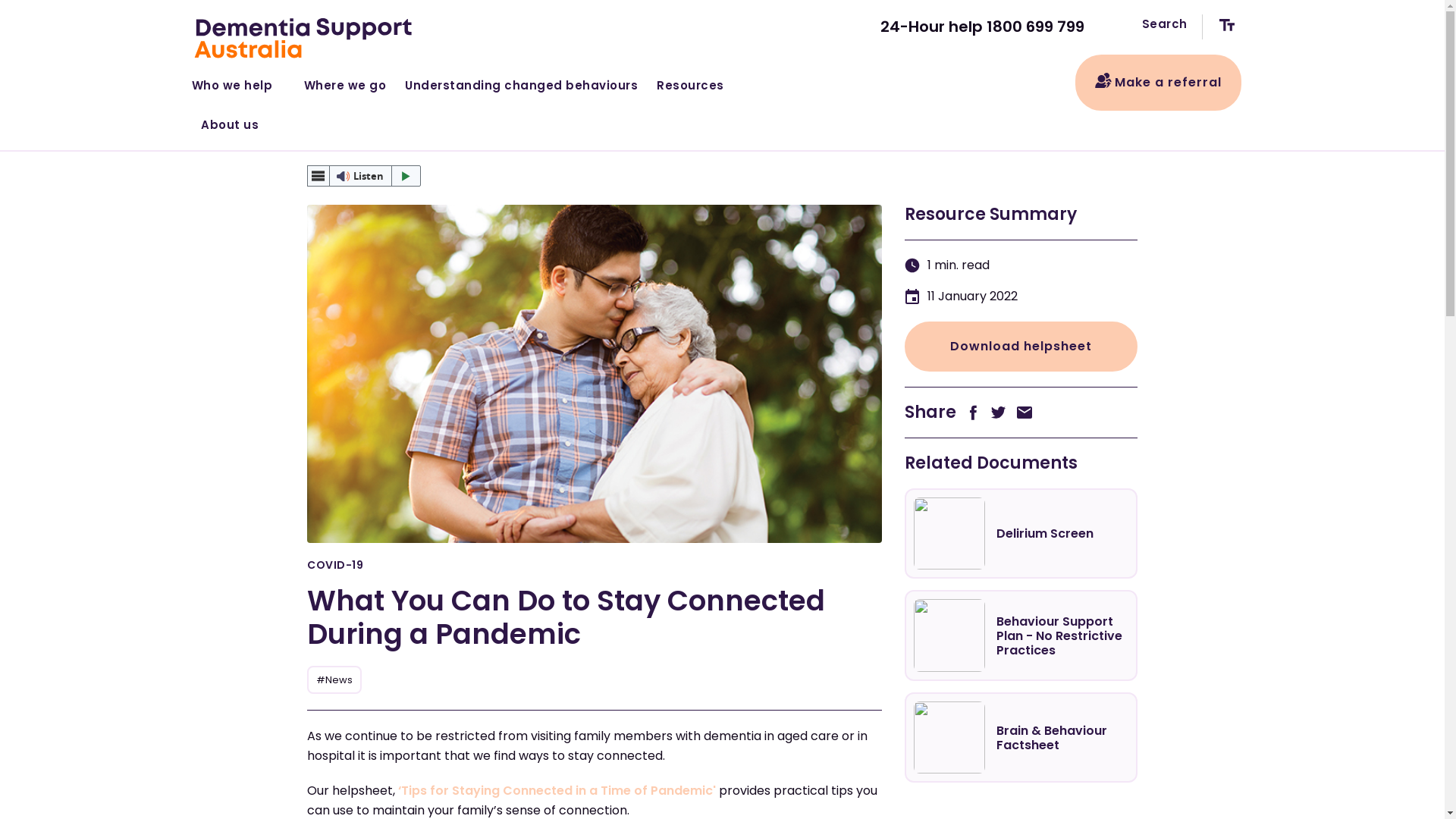  Describe the element at coordinates (304, 37) in the screenshot. I see `'DSA landscape website logo_RGB'` at that location.